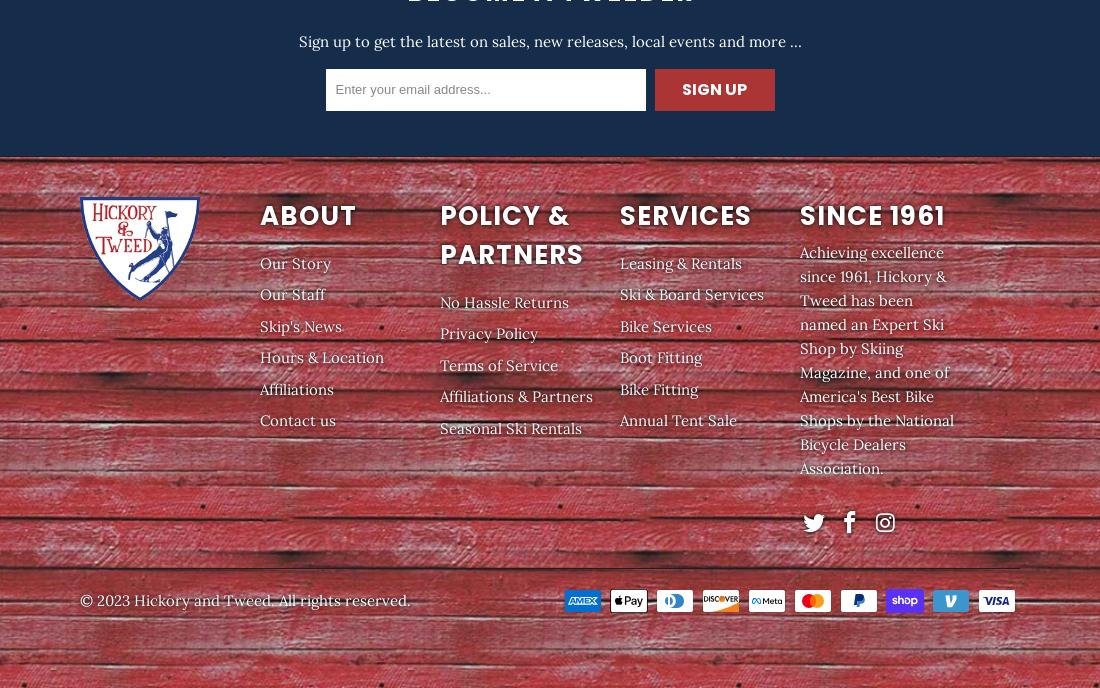 Image resolution: width=1100 pixels, height=688 pixels. I want to click on 'Boot Fitting', so click(618, 357).